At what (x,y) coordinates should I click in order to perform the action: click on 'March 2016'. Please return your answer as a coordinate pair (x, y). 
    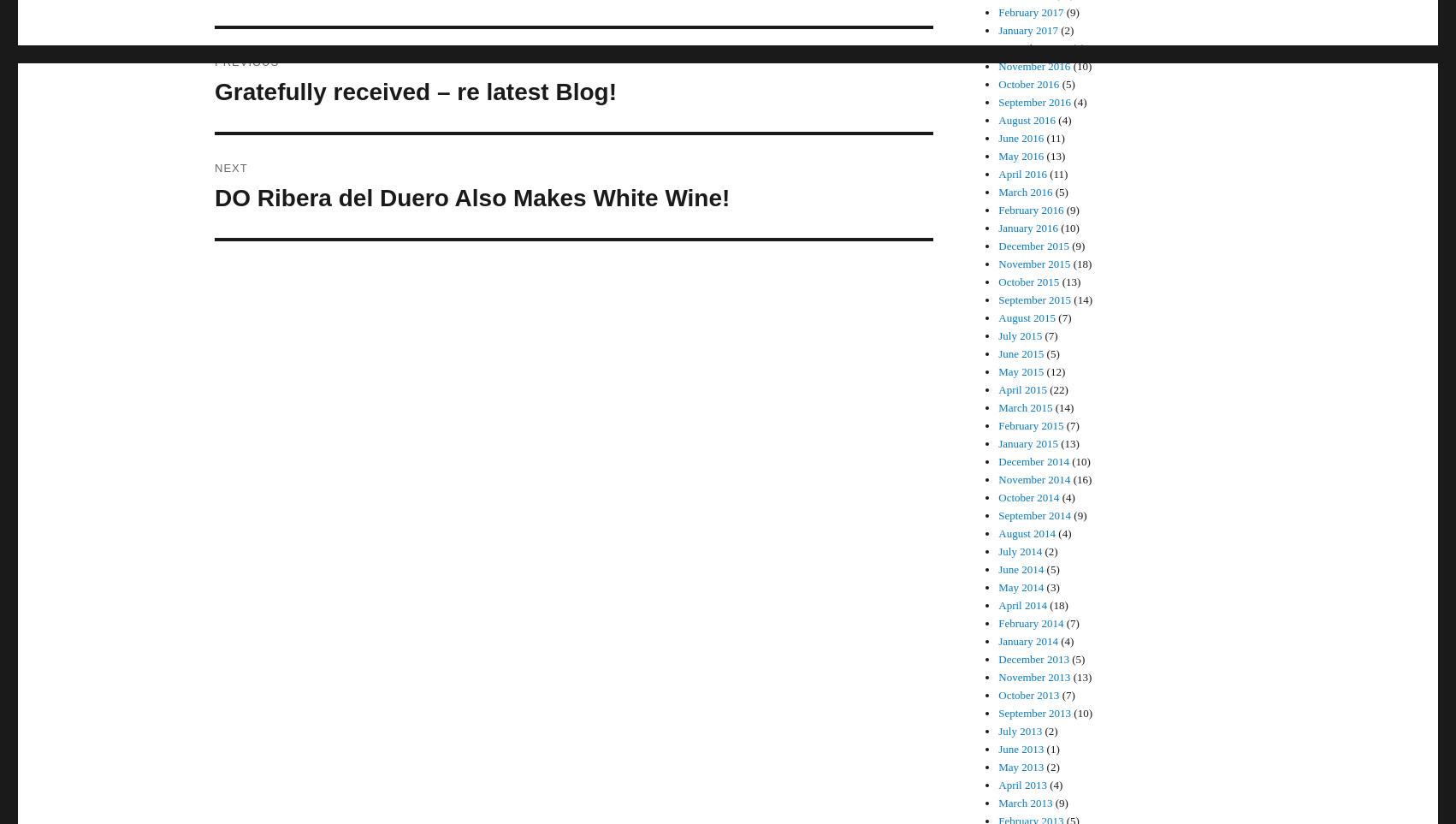
    Looking at the image, I should click on (1025, 192).